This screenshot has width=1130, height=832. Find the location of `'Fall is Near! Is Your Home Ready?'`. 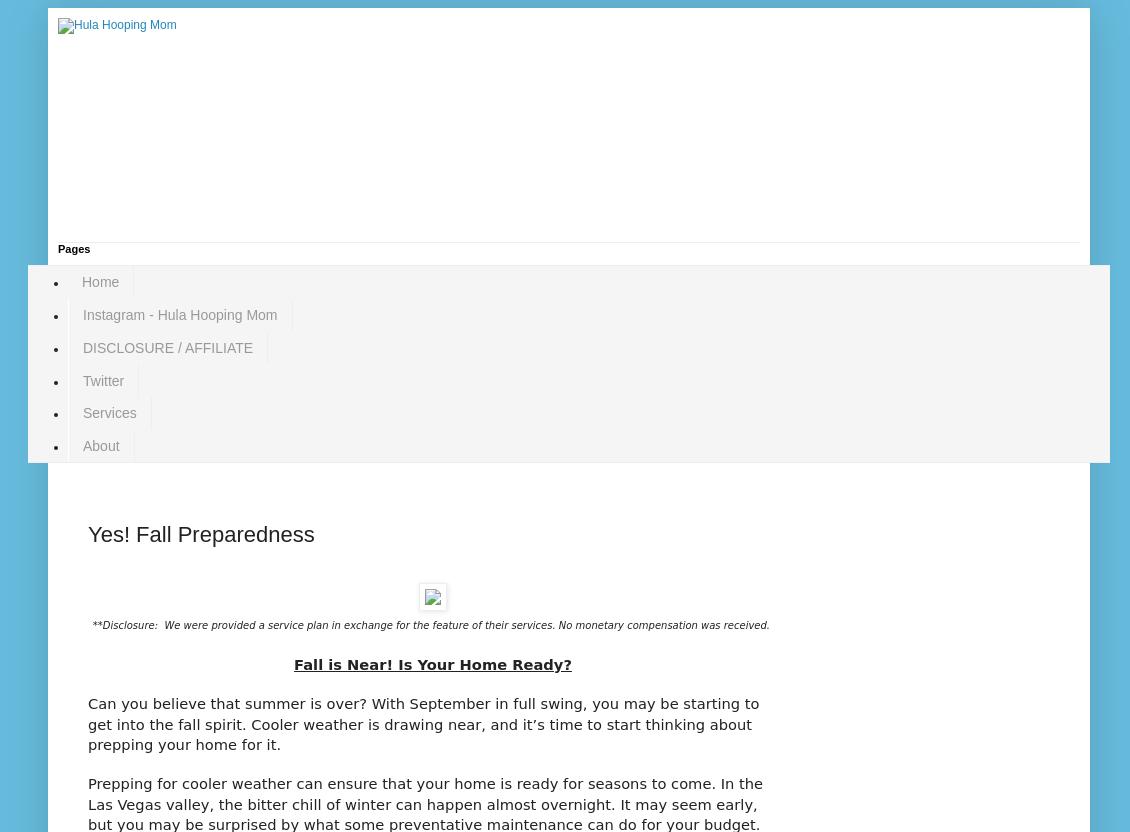

'Fall is Near! Is Your Home Ready?' is located at coordinates (432, 664).